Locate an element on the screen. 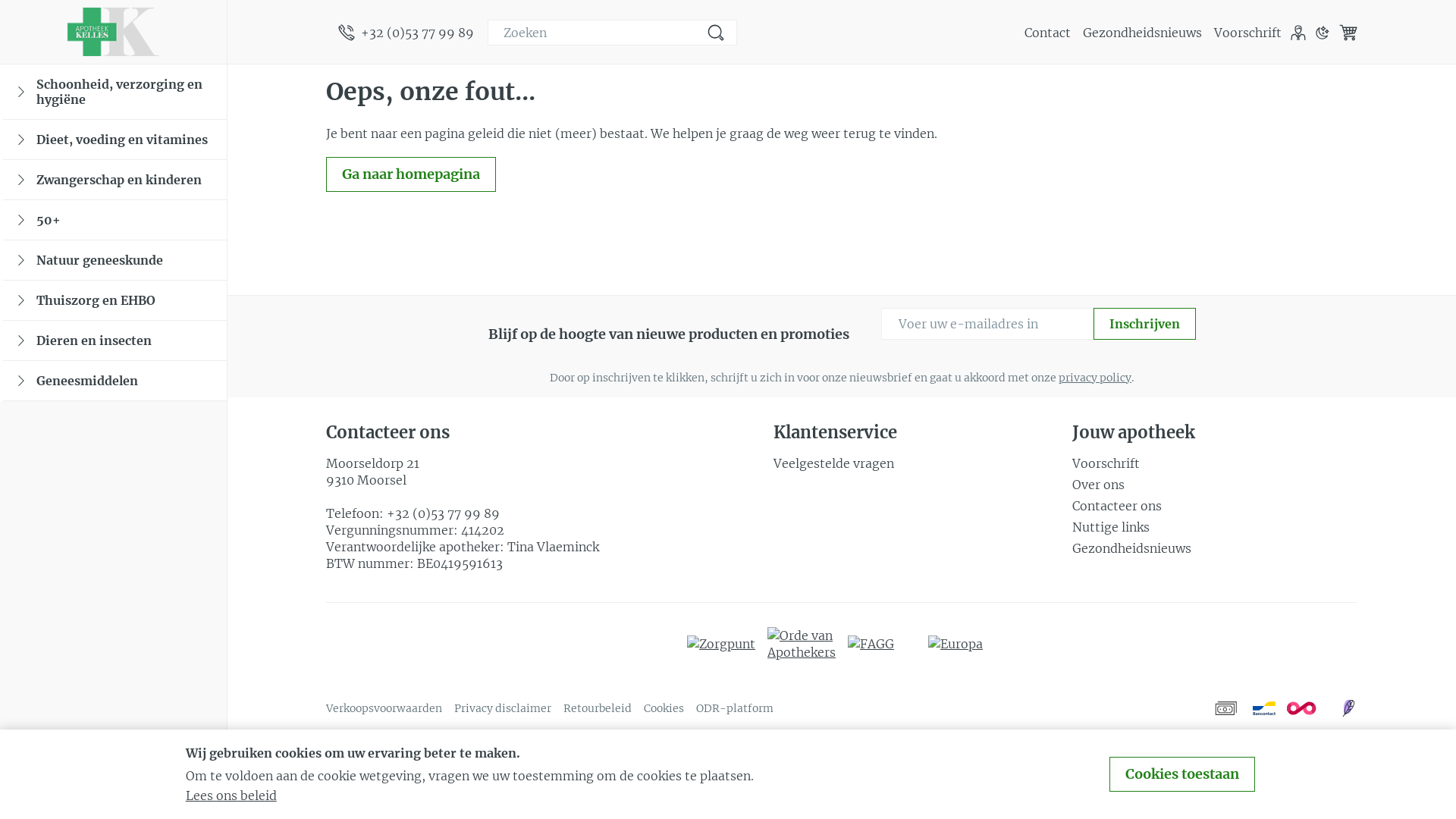  'Cookies toestaan' is located at coordinates (1181, 774).